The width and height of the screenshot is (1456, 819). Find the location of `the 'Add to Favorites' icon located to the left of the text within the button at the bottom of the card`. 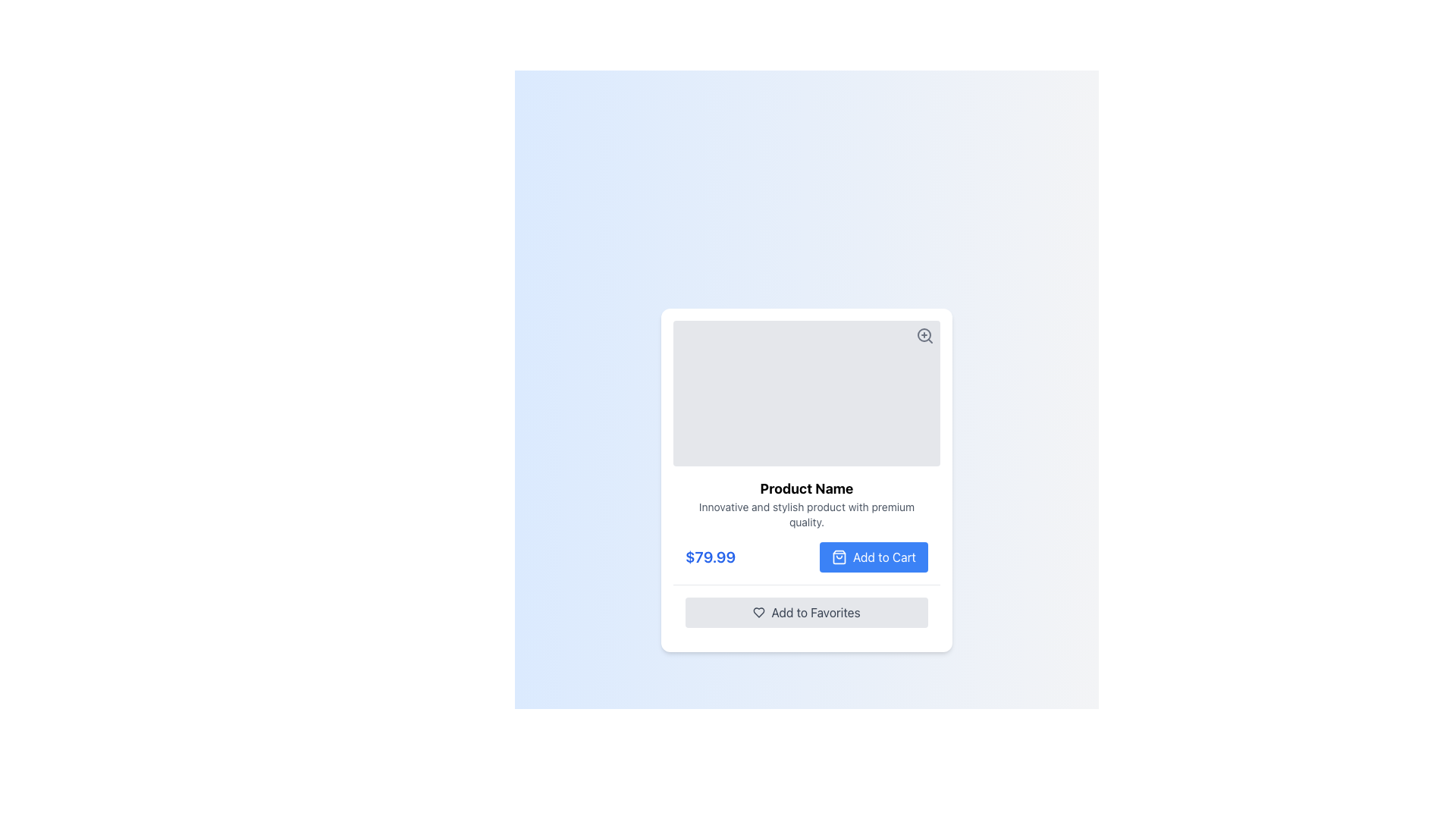

the 'Add to Favorites' icon located to the left of the text within the button at the bottom of the card is located at coordinates (759, 611).